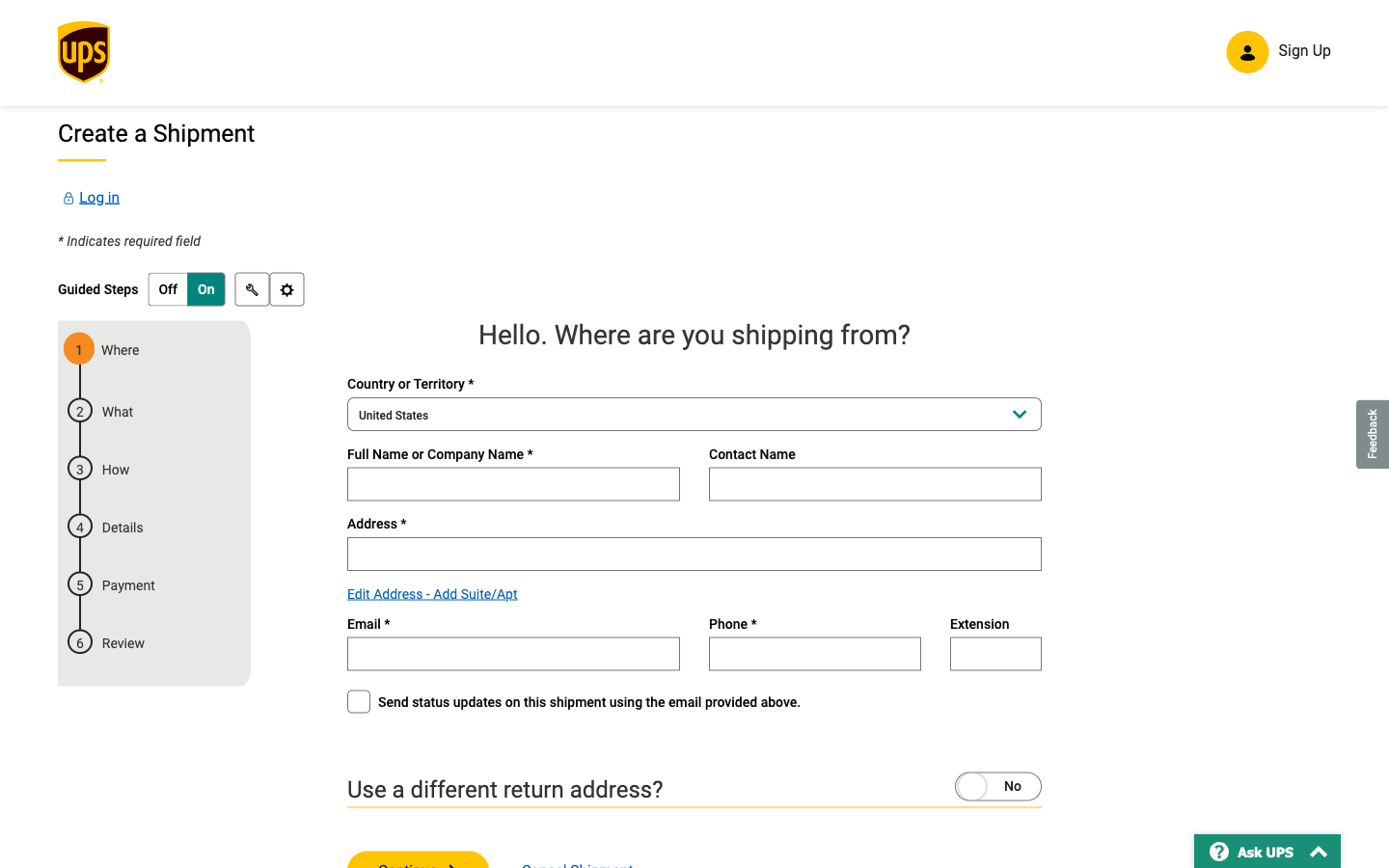 The height and width of the screenshot is (868, 1389). Describe the element at coordinates (83, 57) in the screenshot. I see `Navigate back to the UPS homepage` at that location.